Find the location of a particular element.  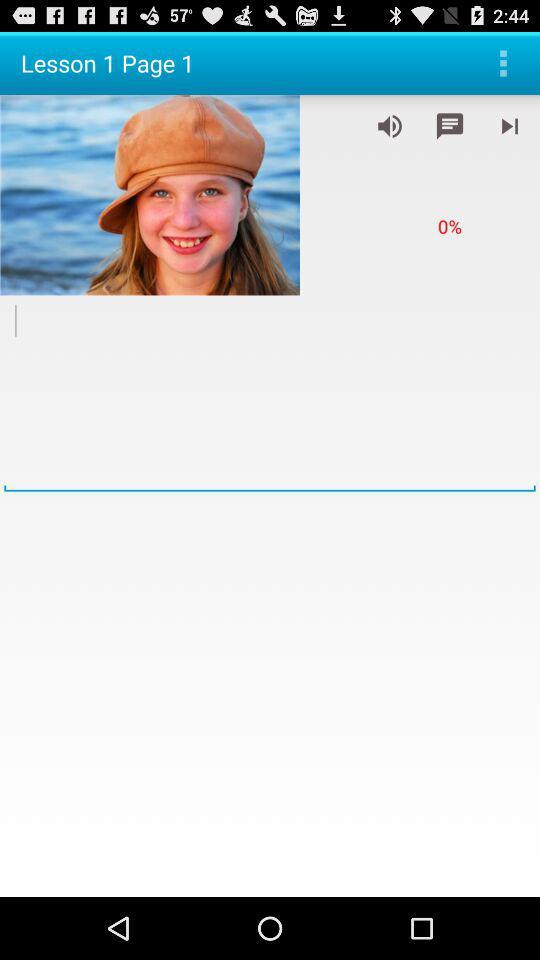

next is located at coordinates (509, 125).